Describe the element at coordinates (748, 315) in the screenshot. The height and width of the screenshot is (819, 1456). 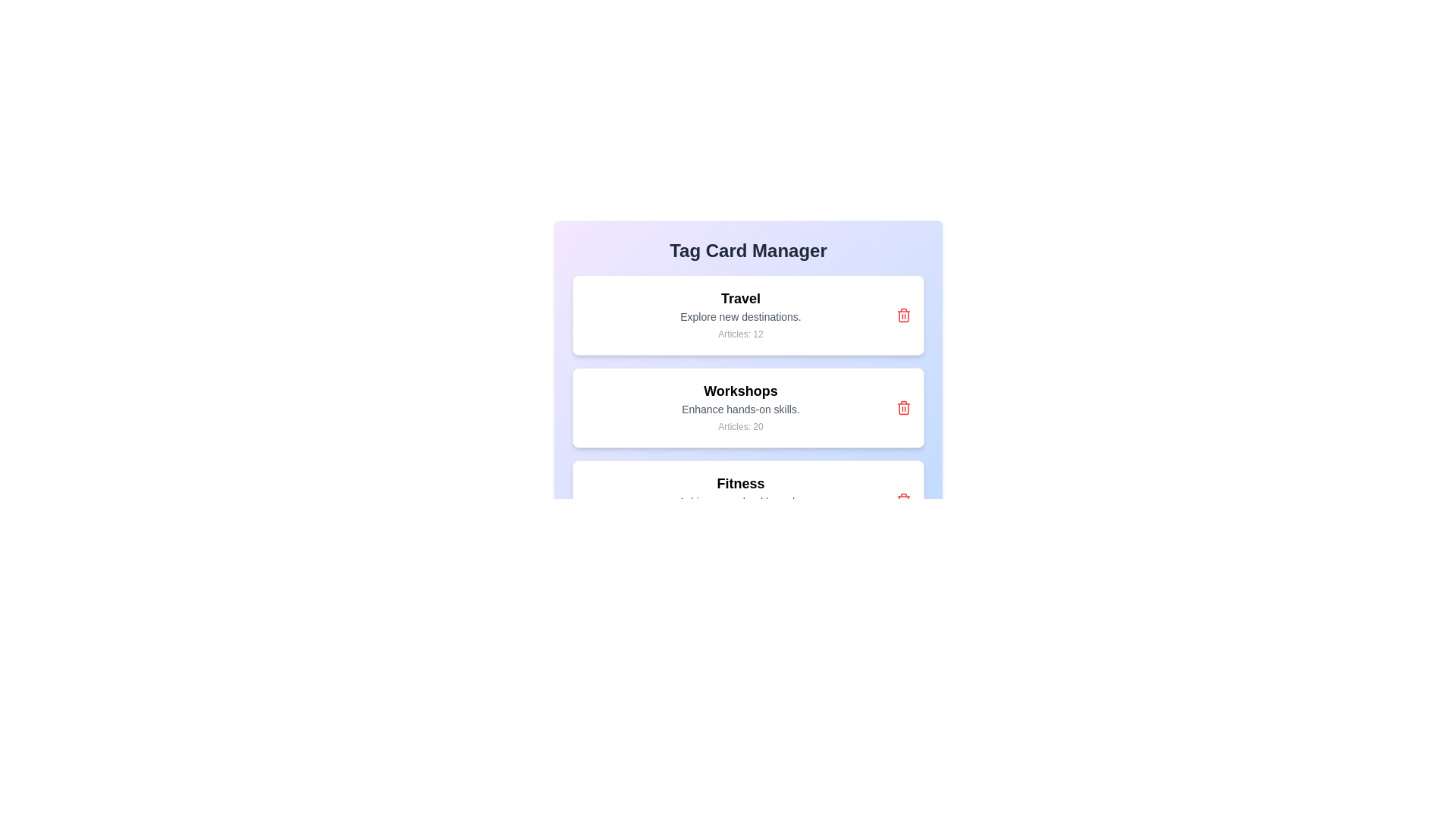
I see `the tag card labeled Travel` at that location.